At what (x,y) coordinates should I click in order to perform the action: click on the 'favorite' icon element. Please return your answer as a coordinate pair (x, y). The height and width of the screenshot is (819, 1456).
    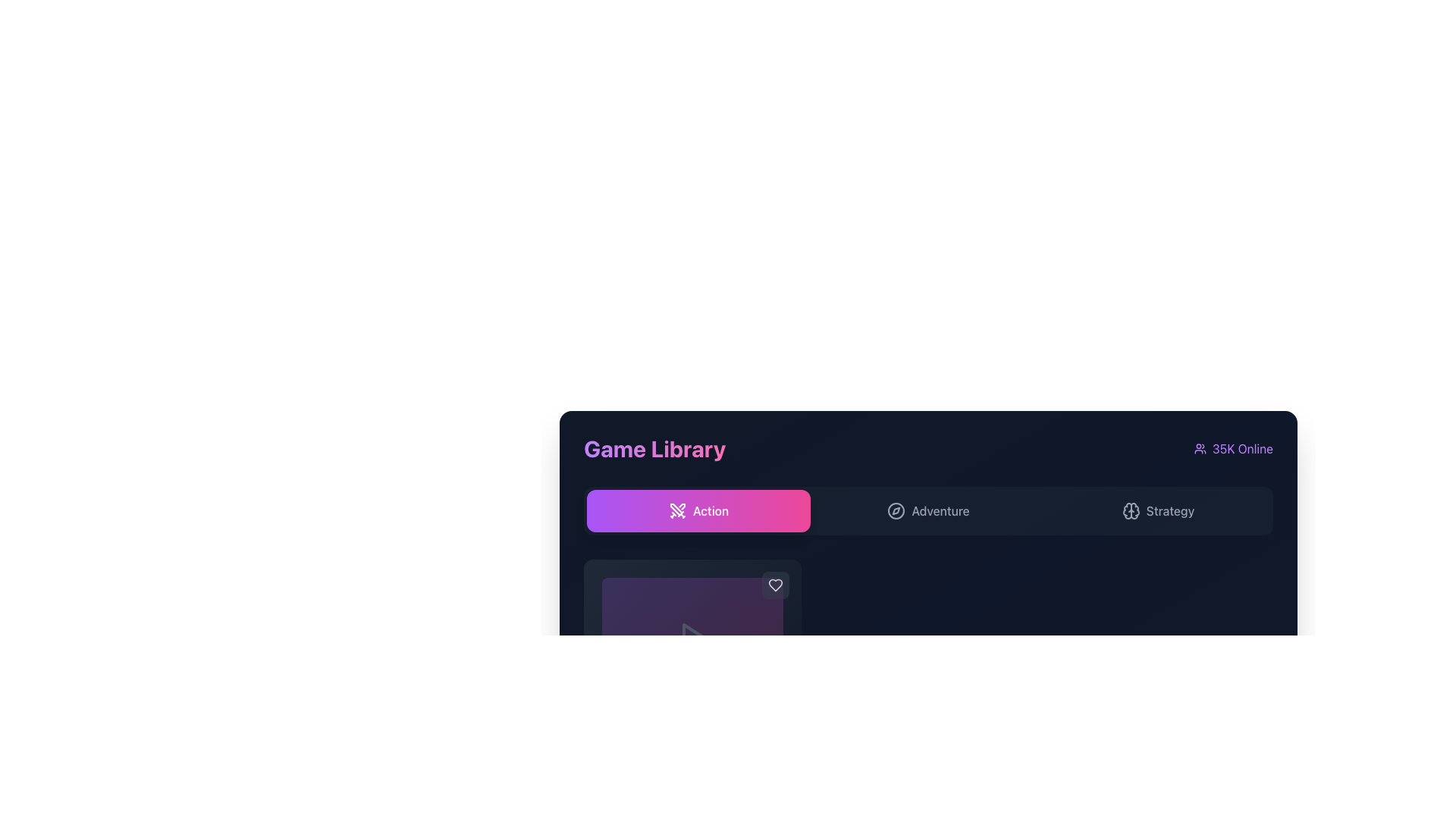
    Looking at the image, I should click on (775, 584).